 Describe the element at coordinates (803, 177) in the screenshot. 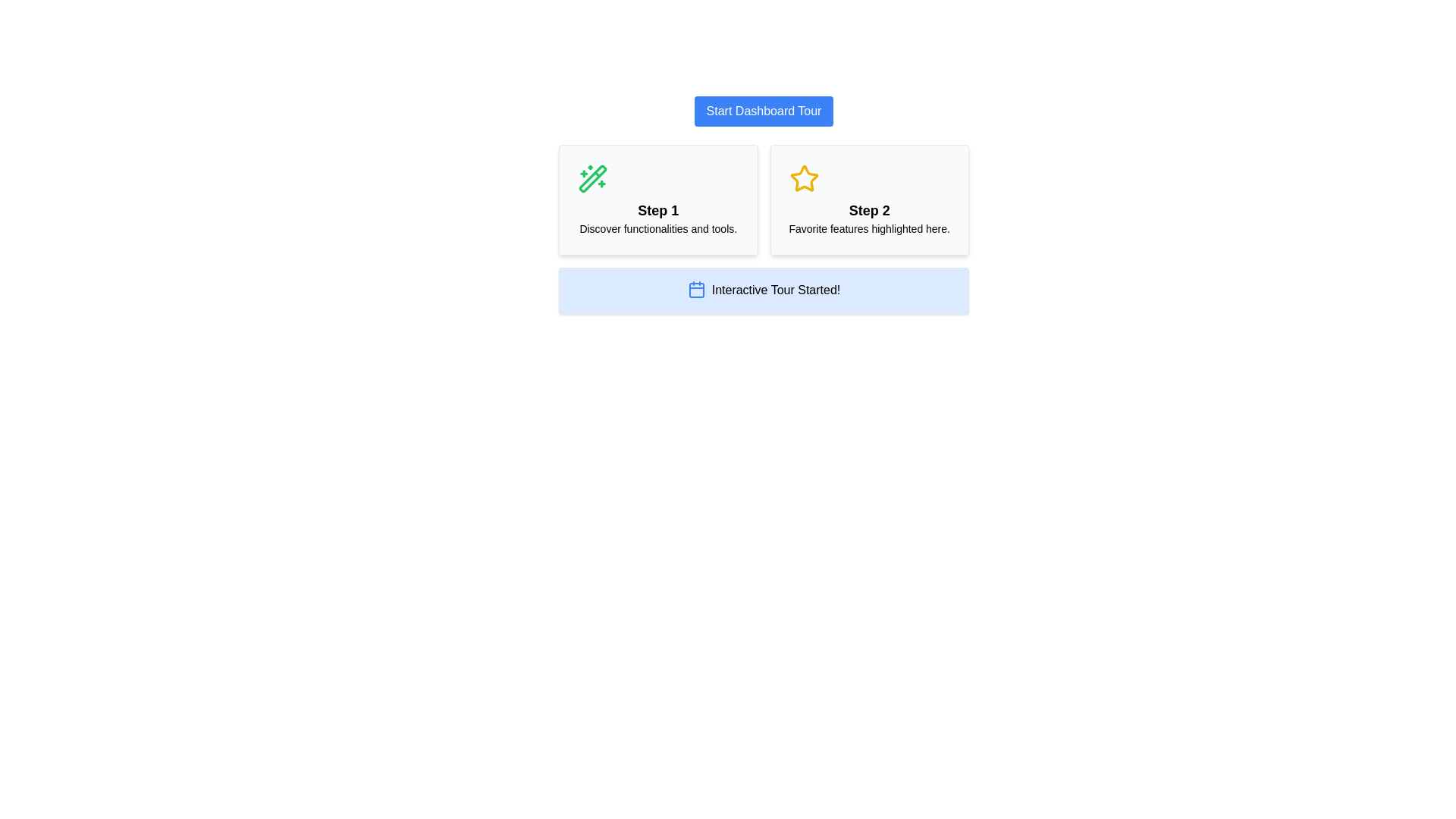

I see `the decorative icon located above the text 'Step 2' in the second card from the left` at that location.